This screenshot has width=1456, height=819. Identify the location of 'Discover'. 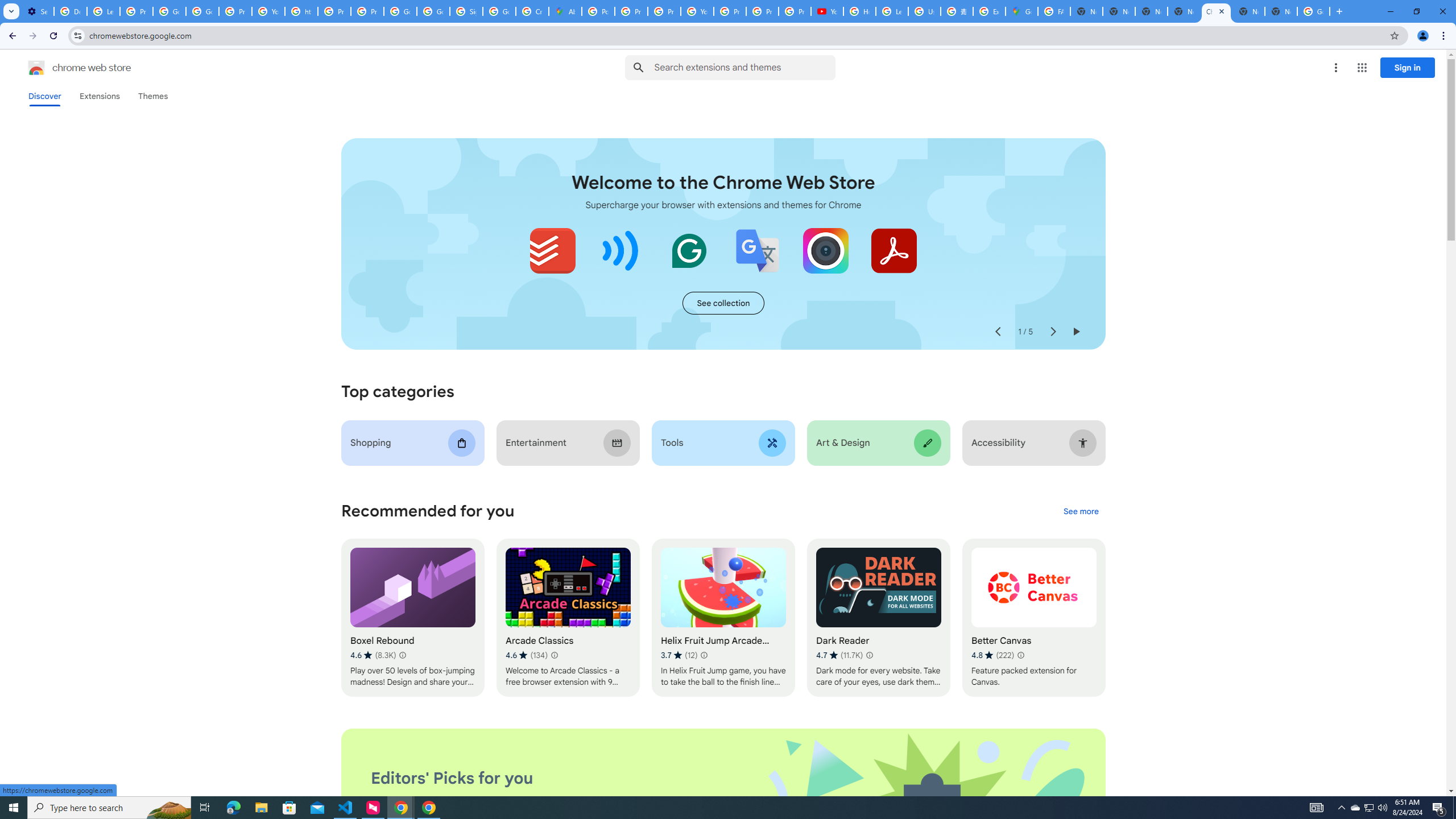
(44, 96).